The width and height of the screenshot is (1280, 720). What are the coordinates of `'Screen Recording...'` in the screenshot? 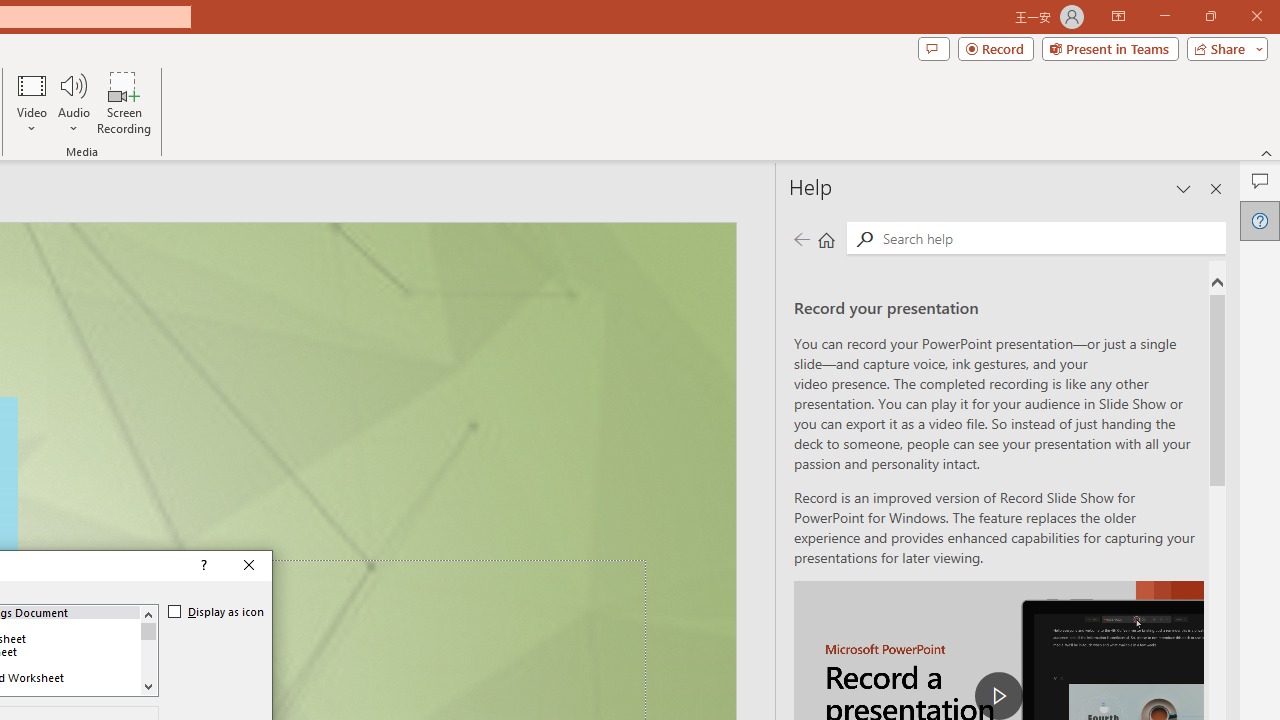 It's located at (123, 103).